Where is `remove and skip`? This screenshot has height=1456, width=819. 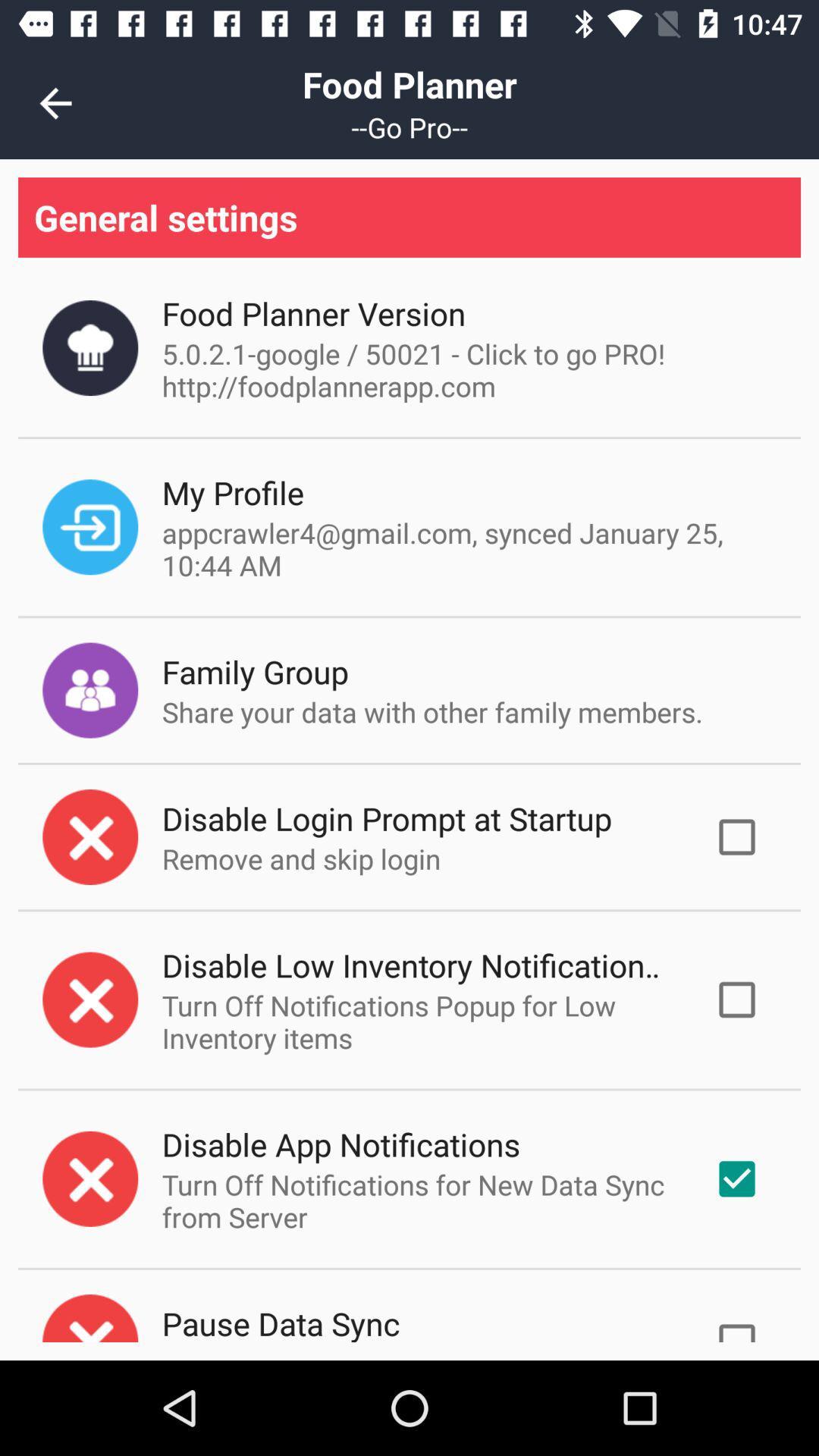 remove and skip is located at coordinates (301, 858).